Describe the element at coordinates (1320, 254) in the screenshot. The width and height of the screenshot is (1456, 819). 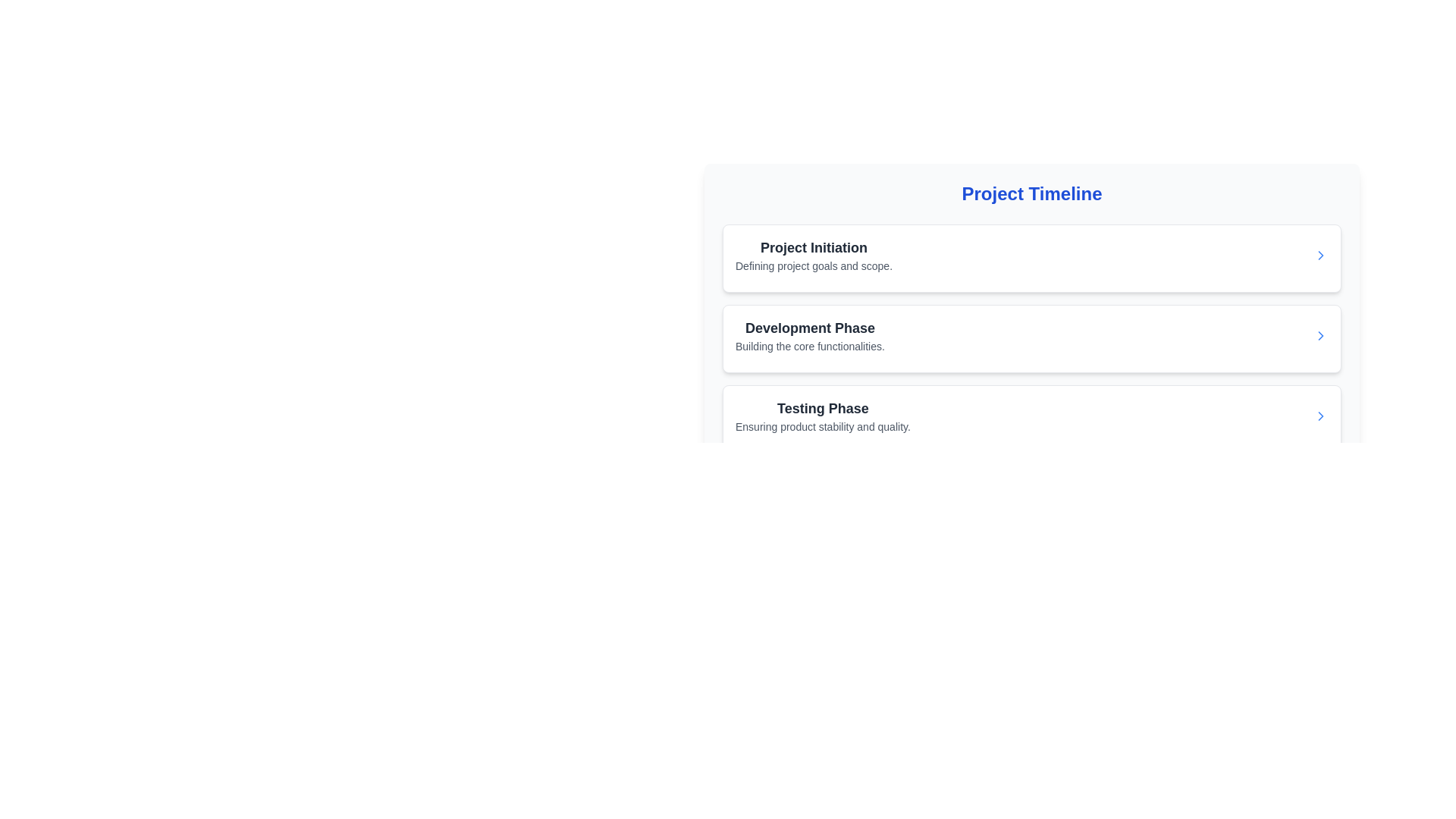
I see `the small blue rightward arrow icon located on the far right of the row labeled 'Project Initiation'` at that location.